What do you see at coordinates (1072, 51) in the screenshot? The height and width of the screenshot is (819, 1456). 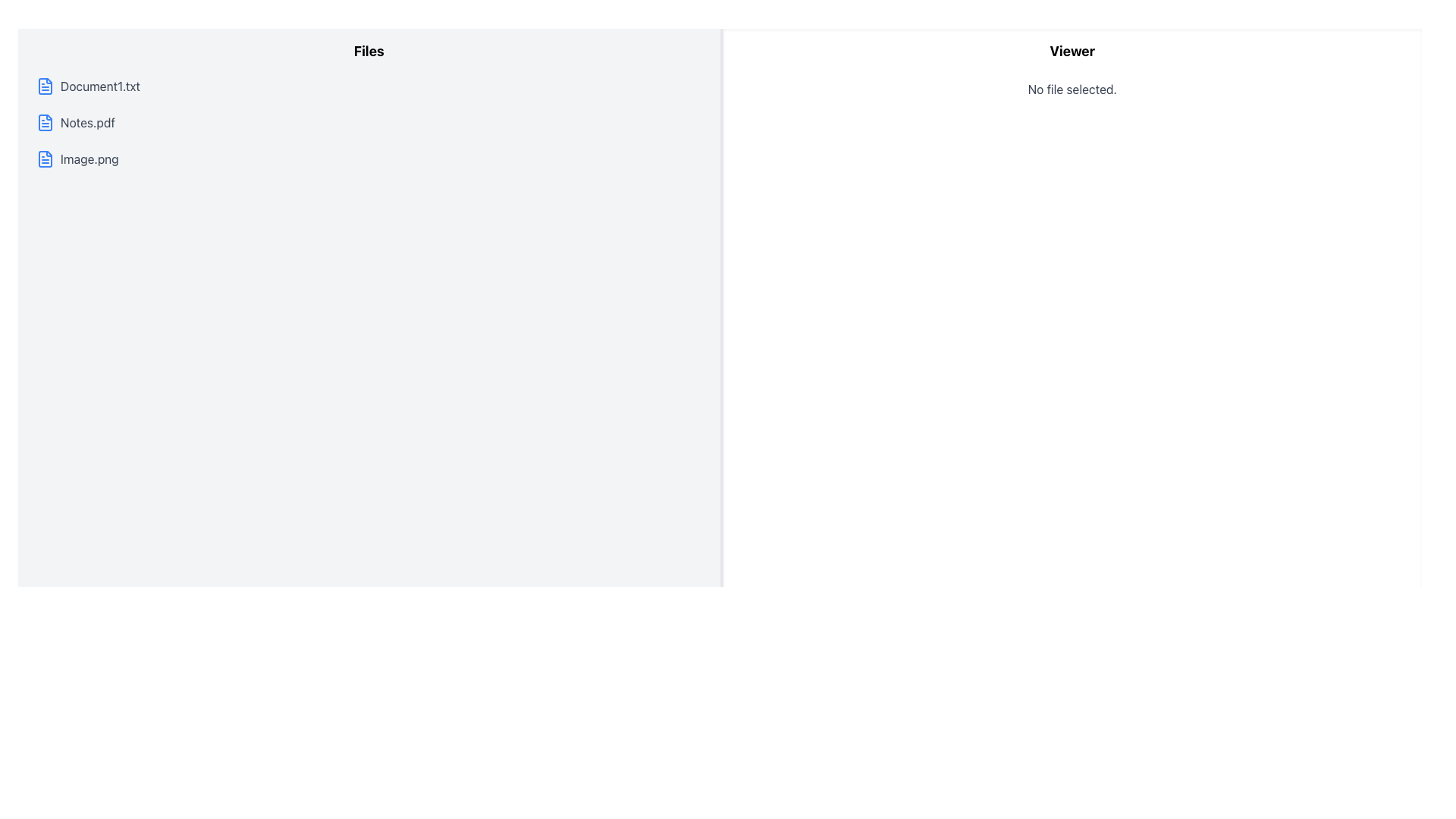 I see `the bold and stylized heading text 'Viewer' located at the top of the right-hand white panel in the split layout interface` at bounding box center [1072, 51].